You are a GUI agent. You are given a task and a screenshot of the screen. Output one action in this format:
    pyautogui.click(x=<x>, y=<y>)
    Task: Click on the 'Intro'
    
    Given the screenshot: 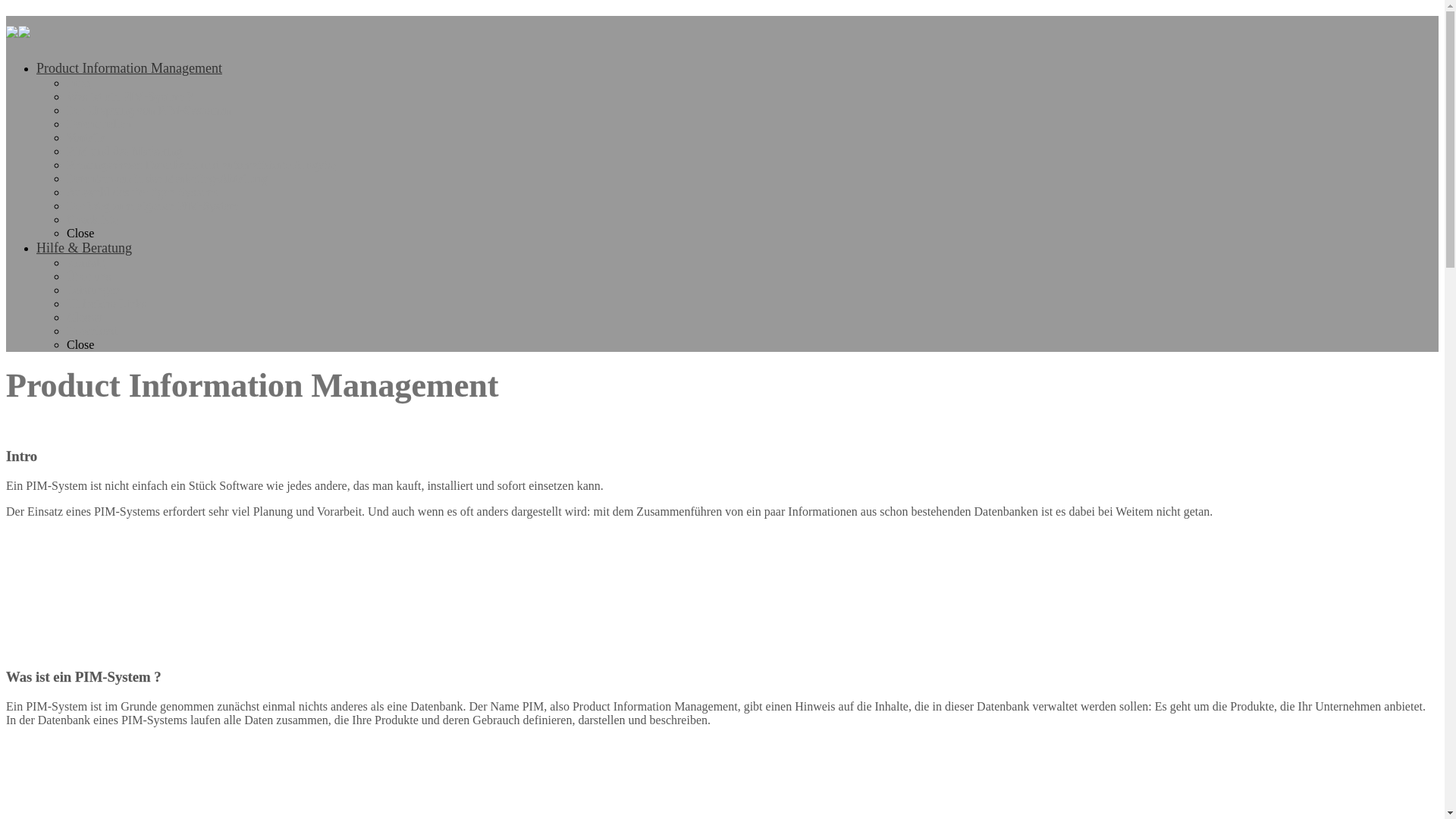 What is the action you would take?
    pyautogui.click(x=77, y=83)
    